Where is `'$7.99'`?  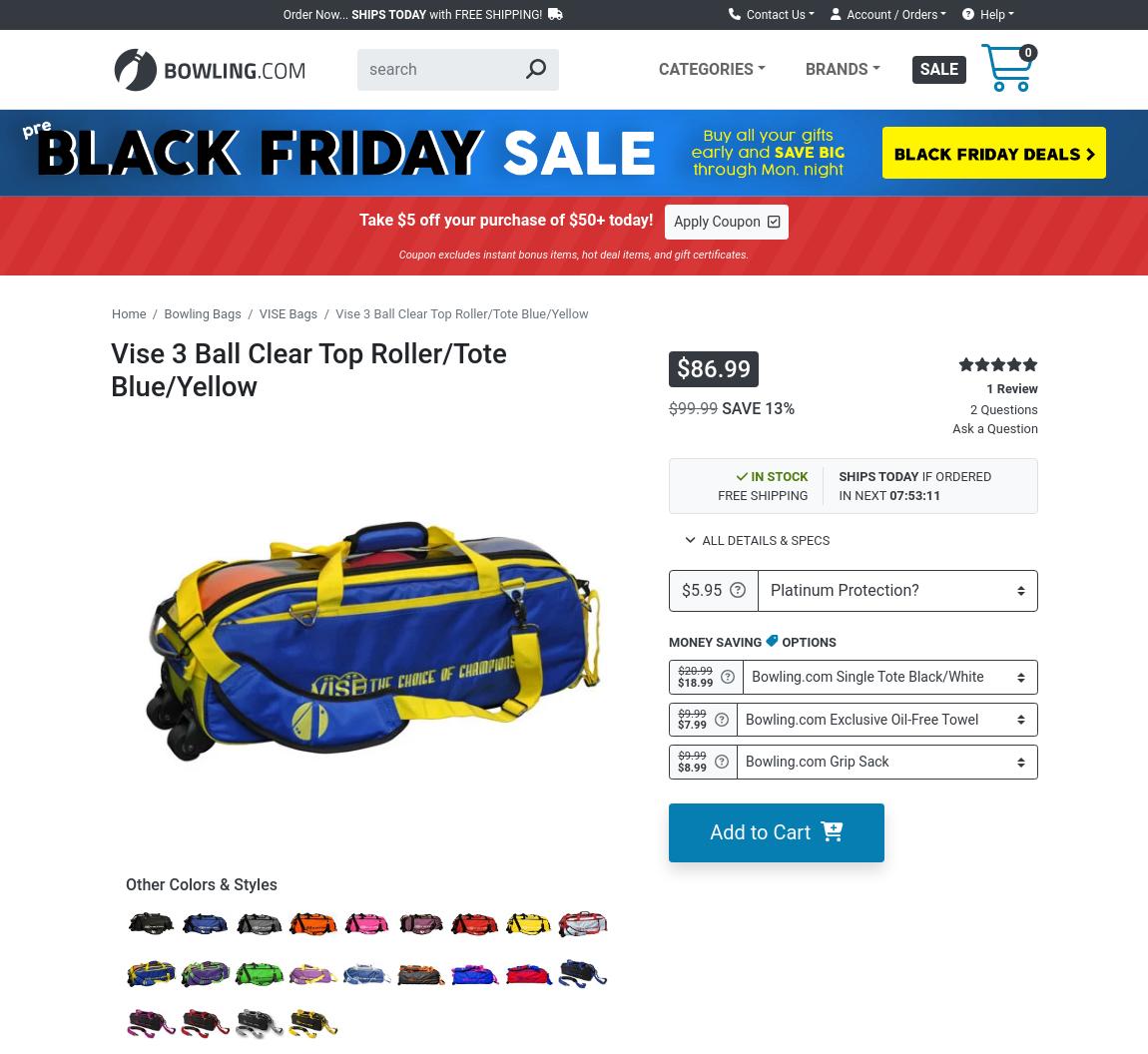 '$7.99' is located at coordinates (690, 725).